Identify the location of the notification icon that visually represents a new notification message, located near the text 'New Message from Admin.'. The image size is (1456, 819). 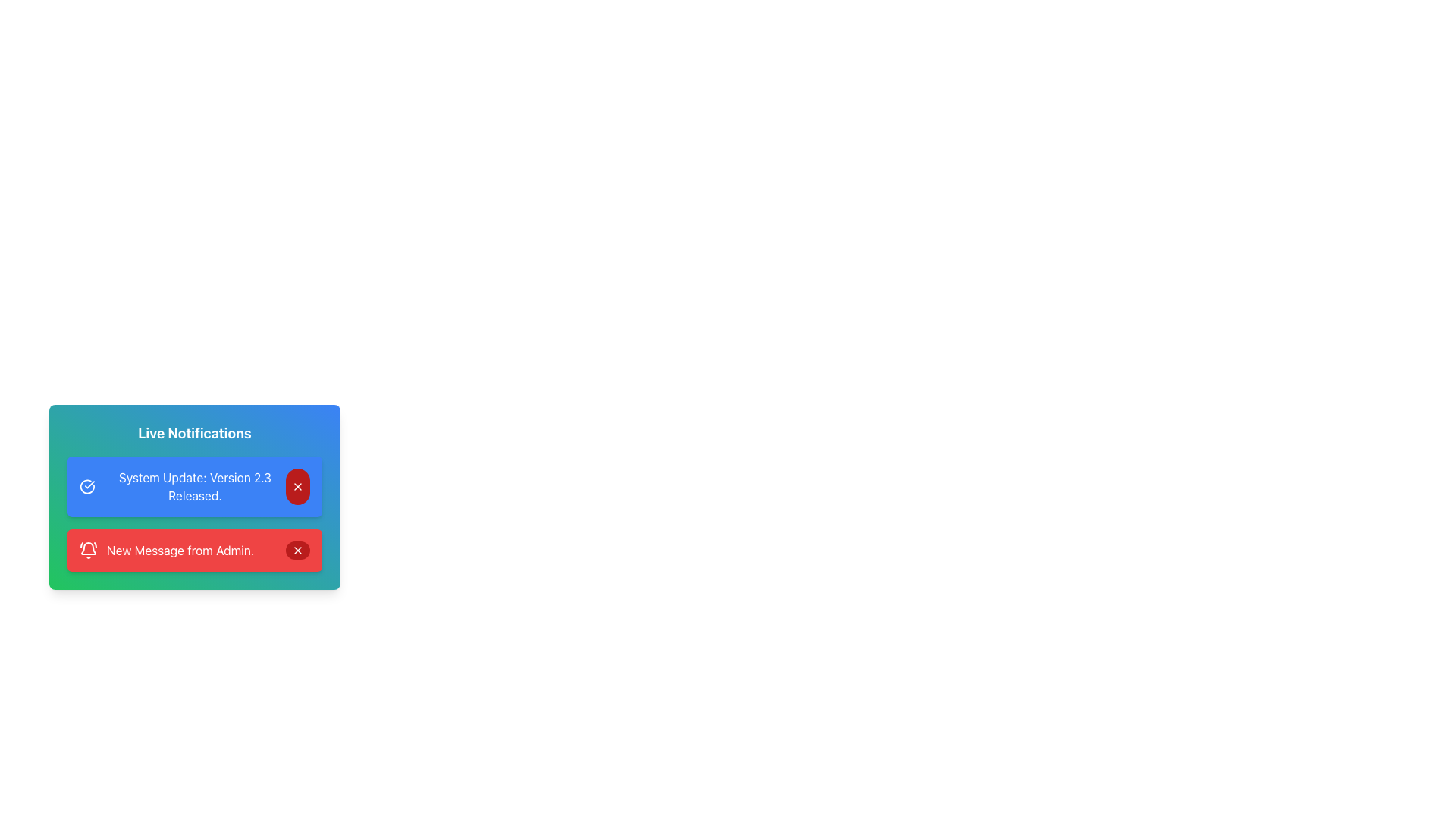
(87, 548).